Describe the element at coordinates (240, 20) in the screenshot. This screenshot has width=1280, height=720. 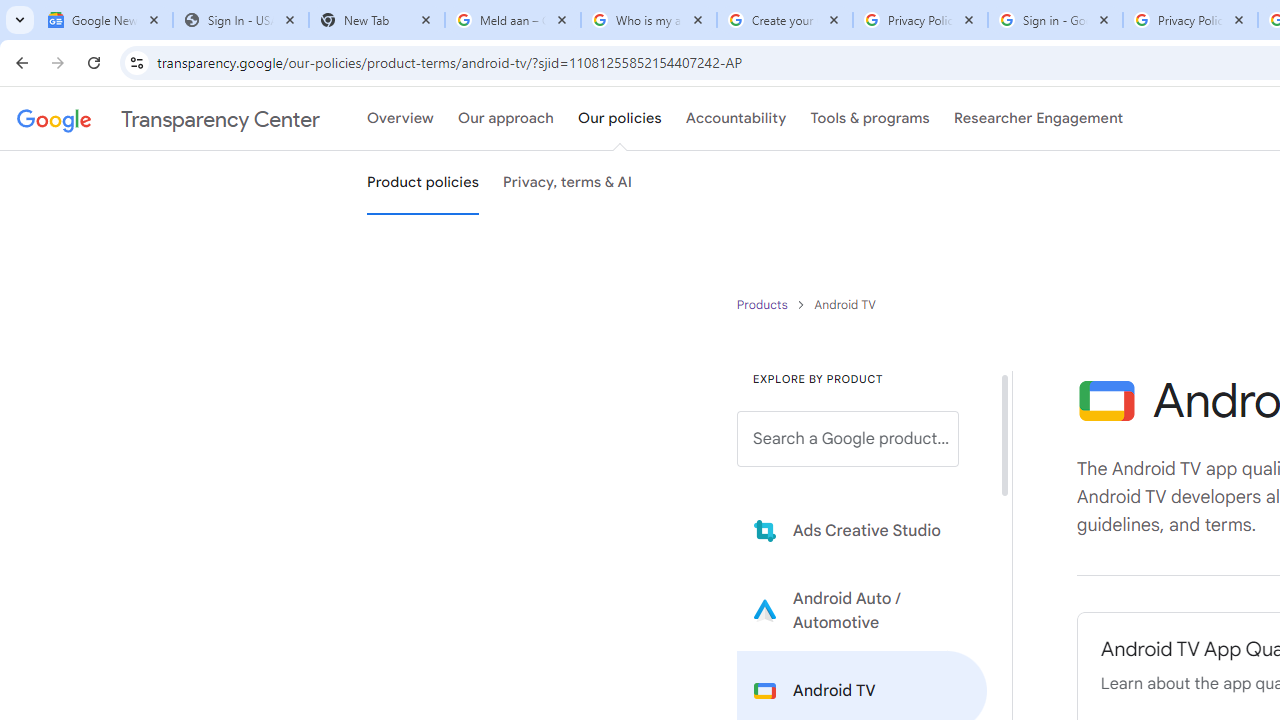
I see `'Sign In - USA TODAY'` at that location.